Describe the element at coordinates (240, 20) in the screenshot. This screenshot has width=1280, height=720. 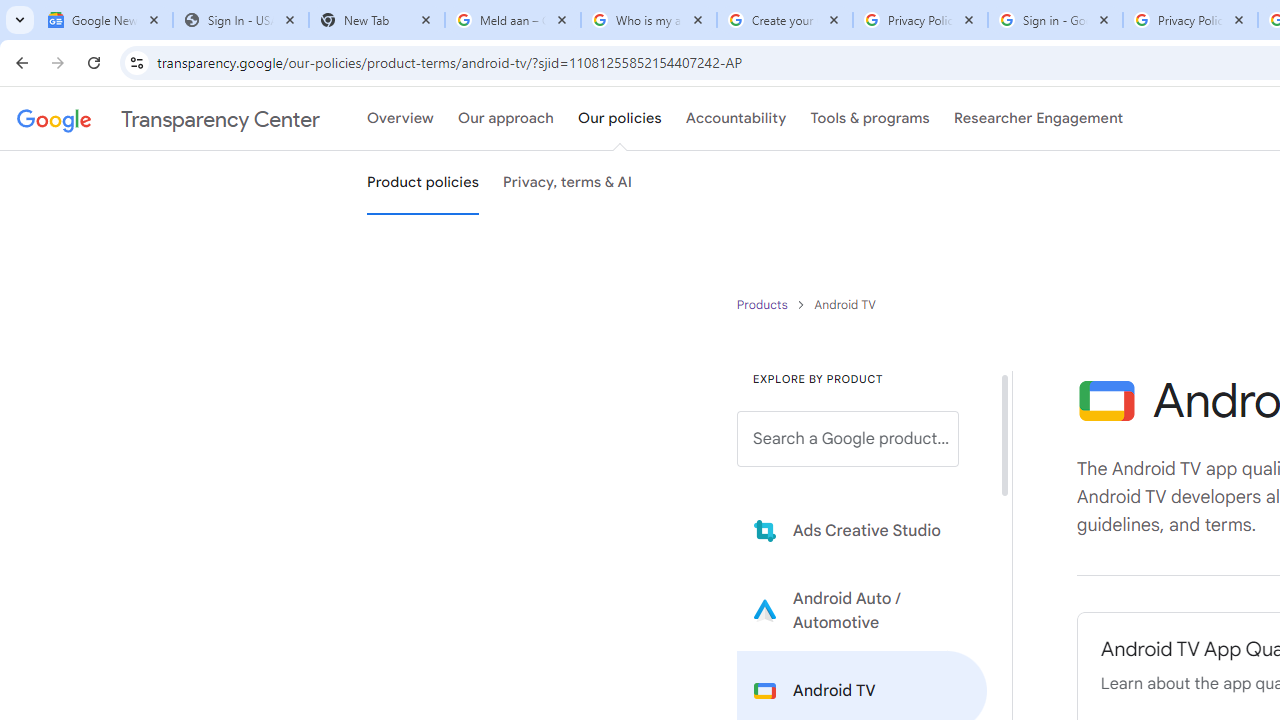
I see `'Sign In - USA TODAY'` at that location.